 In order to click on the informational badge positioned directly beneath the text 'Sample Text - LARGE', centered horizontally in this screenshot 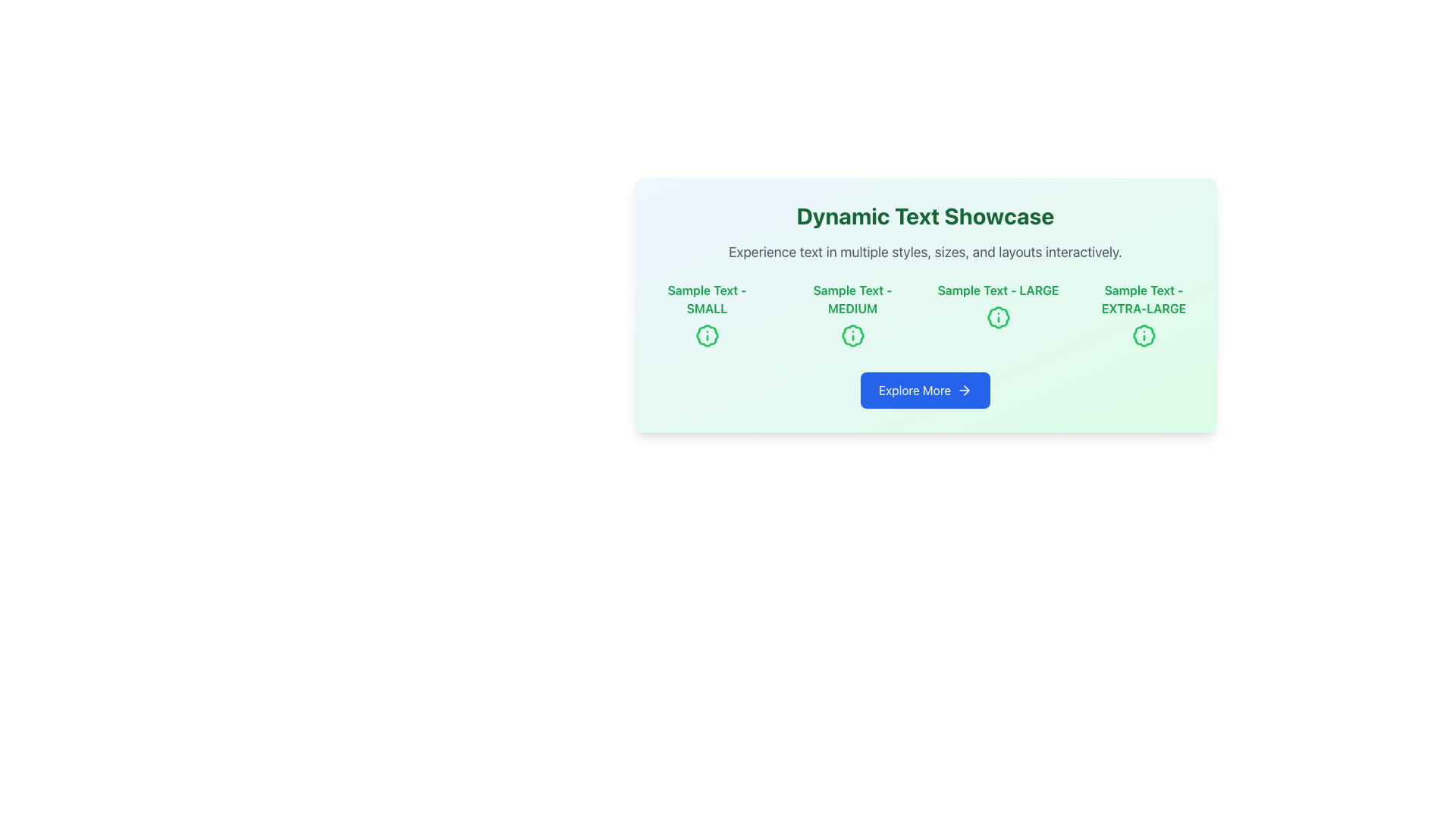, I will do `click(998, 317)`.